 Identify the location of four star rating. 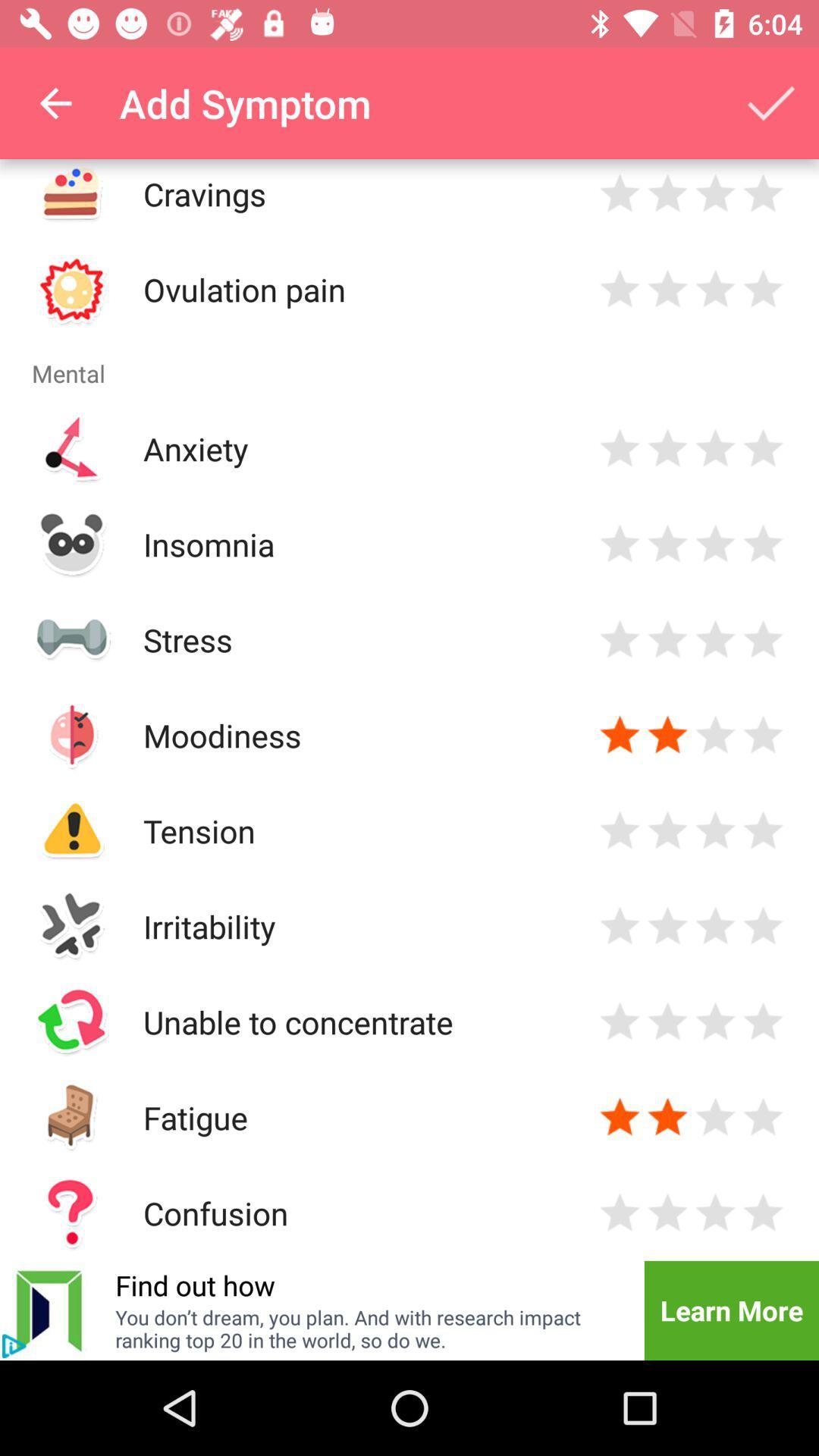
(763, 639).